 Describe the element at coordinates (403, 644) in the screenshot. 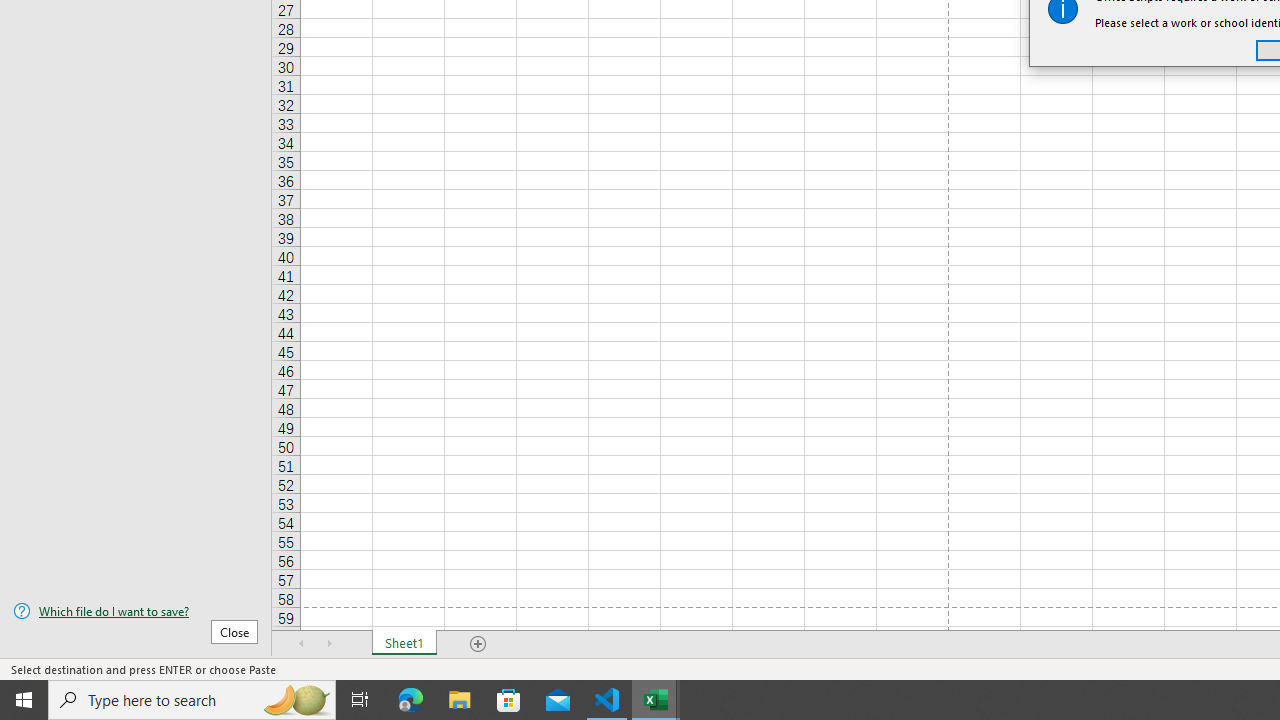

I see `'Sheet1'` at that location.